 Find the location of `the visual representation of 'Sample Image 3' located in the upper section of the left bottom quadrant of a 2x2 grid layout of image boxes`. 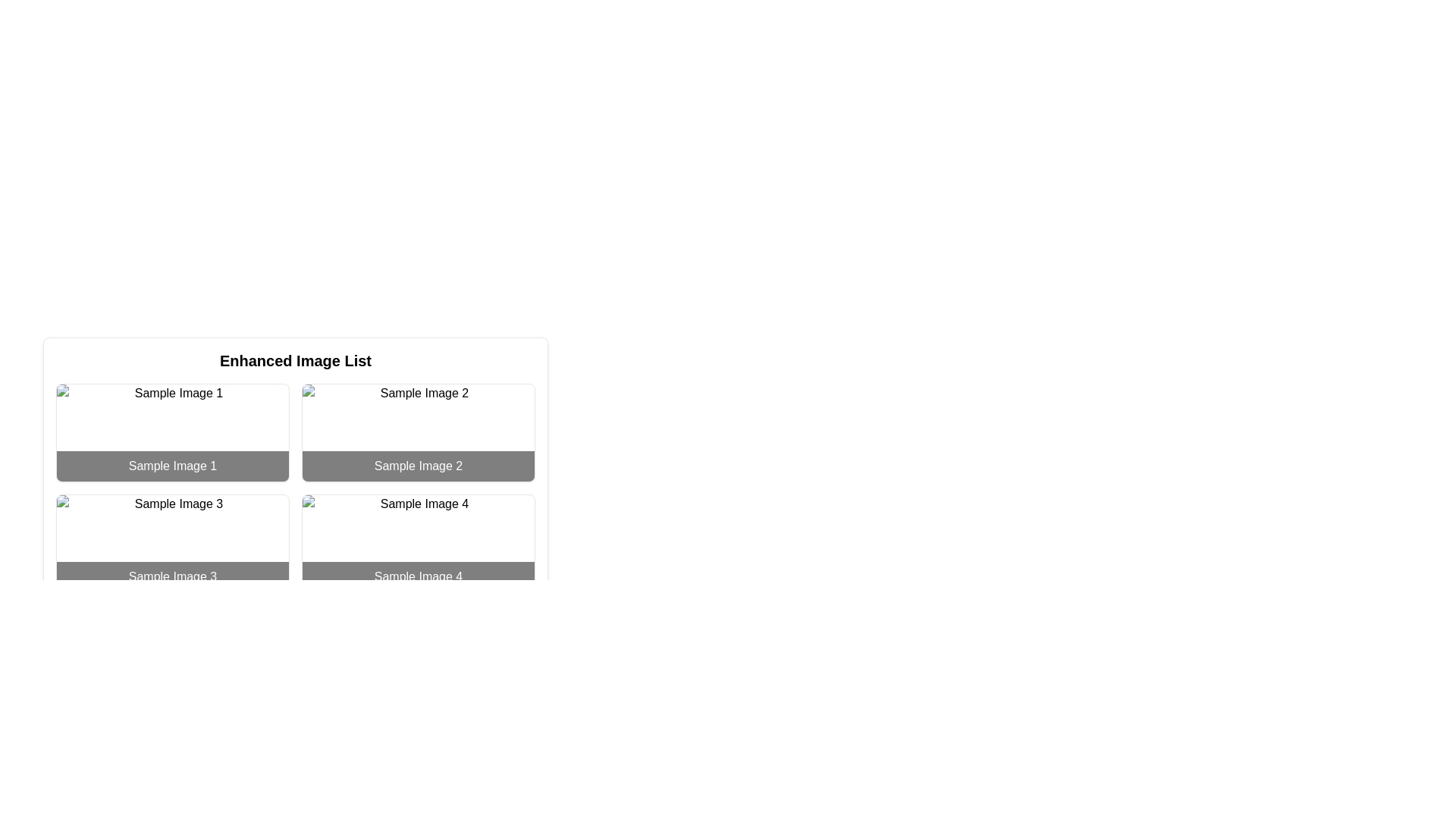

the visual representation of 'Sample Image 3' located in the upper section of the left bottom quadrant of a 2x2 grid layout of image boxes is located at coordinates (172, 543).